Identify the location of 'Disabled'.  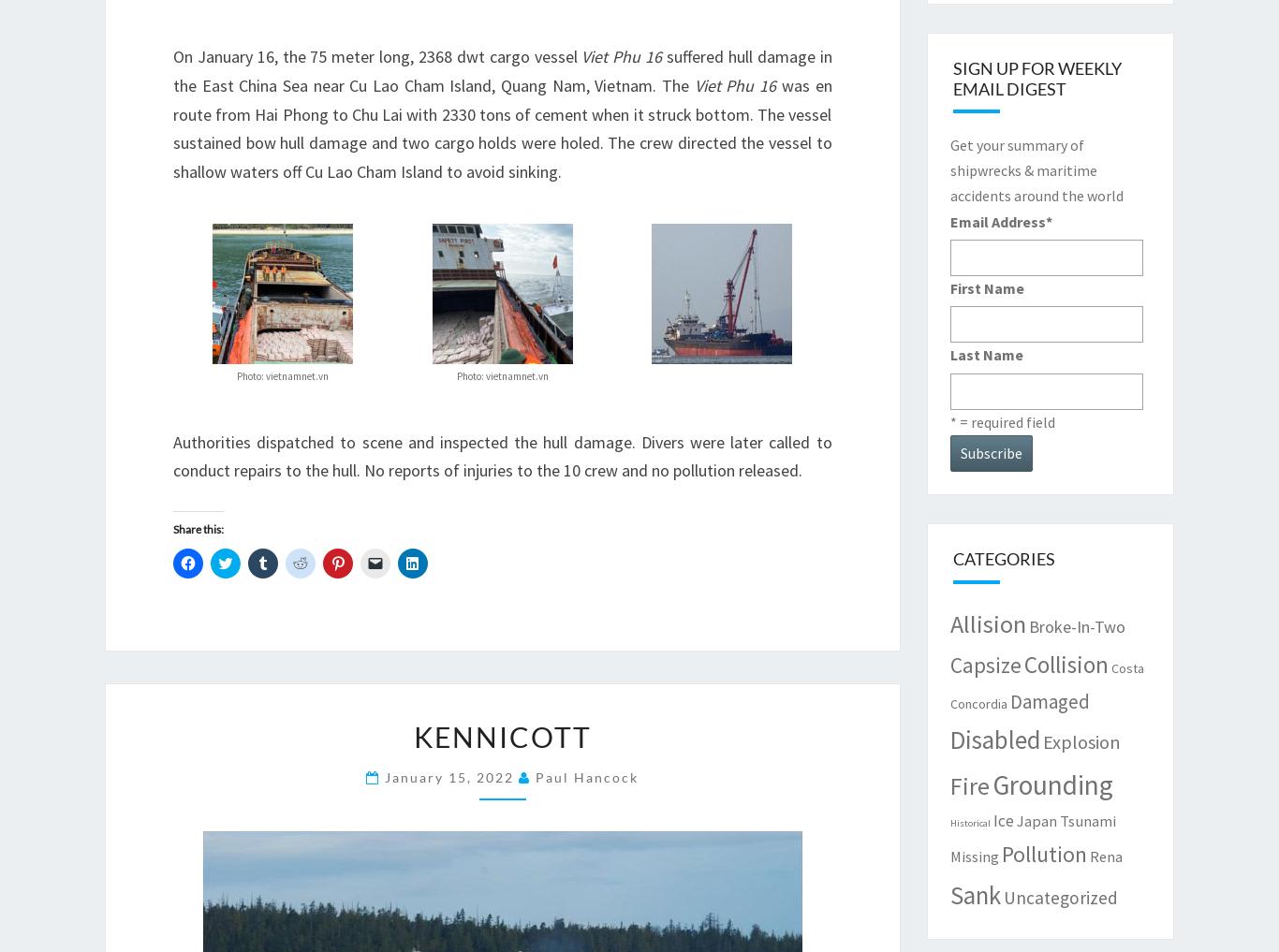
(993, 739).